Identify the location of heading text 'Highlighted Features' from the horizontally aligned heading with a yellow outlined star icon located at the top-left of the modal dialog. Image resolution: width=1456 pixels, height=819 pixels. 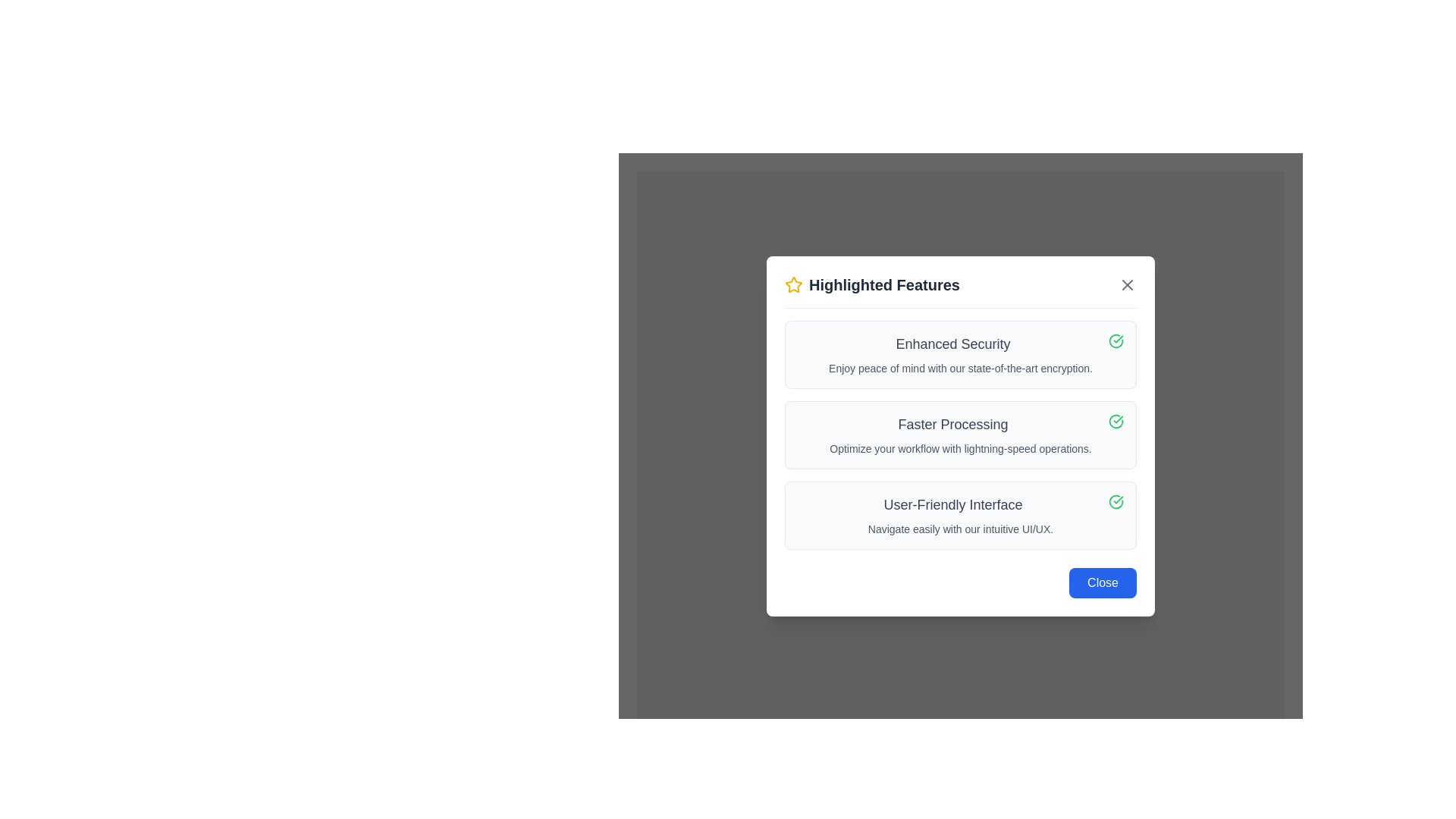
(872, 284).